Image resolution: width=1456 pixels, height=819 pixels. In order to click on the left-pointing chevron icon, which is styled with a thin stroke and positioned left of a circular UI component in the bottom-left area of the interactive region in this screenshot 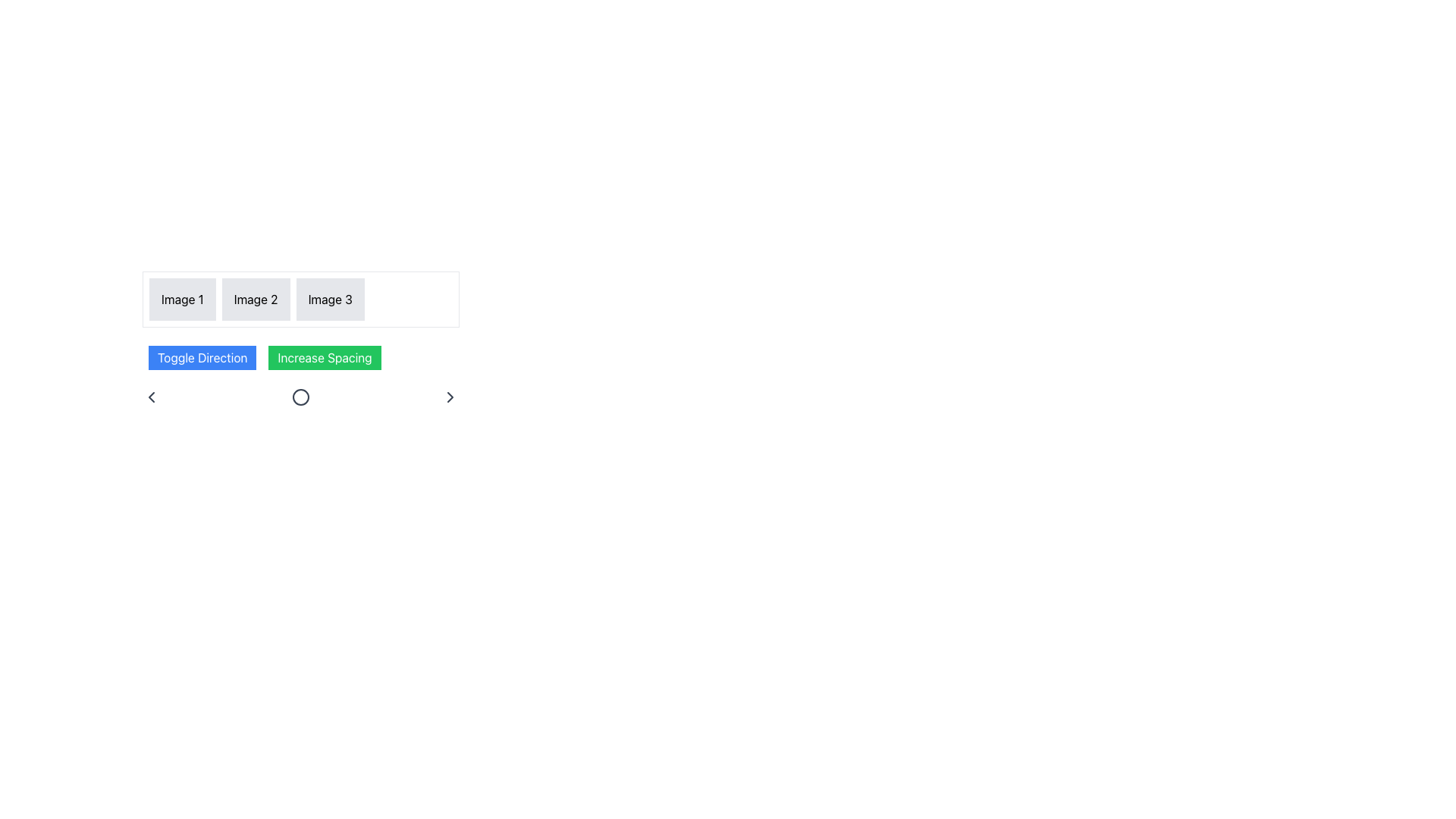, I will do `click(152, 397)`.